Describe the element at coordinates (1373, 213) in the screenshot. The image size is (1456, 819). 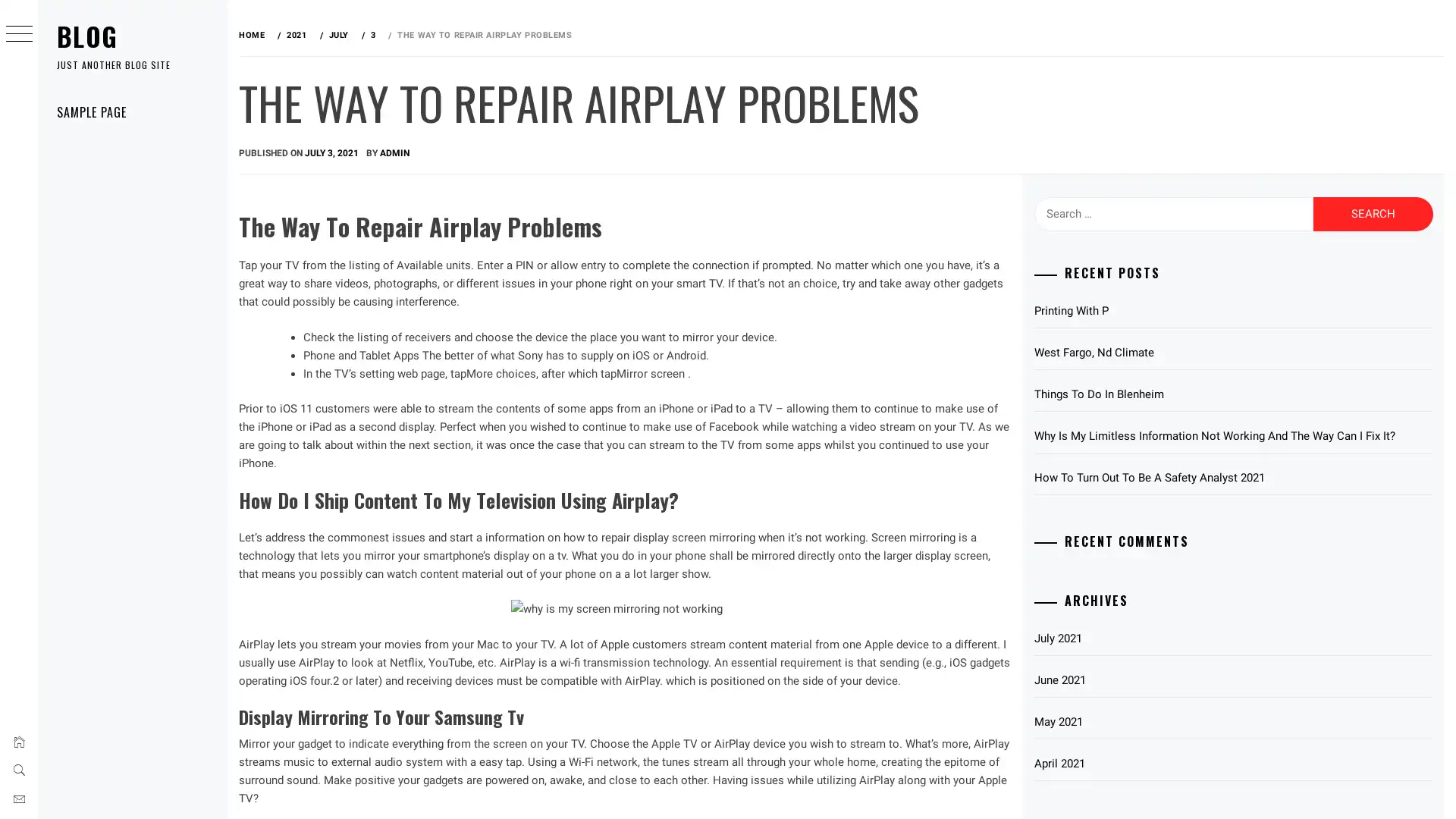
I see `Search` at that location.